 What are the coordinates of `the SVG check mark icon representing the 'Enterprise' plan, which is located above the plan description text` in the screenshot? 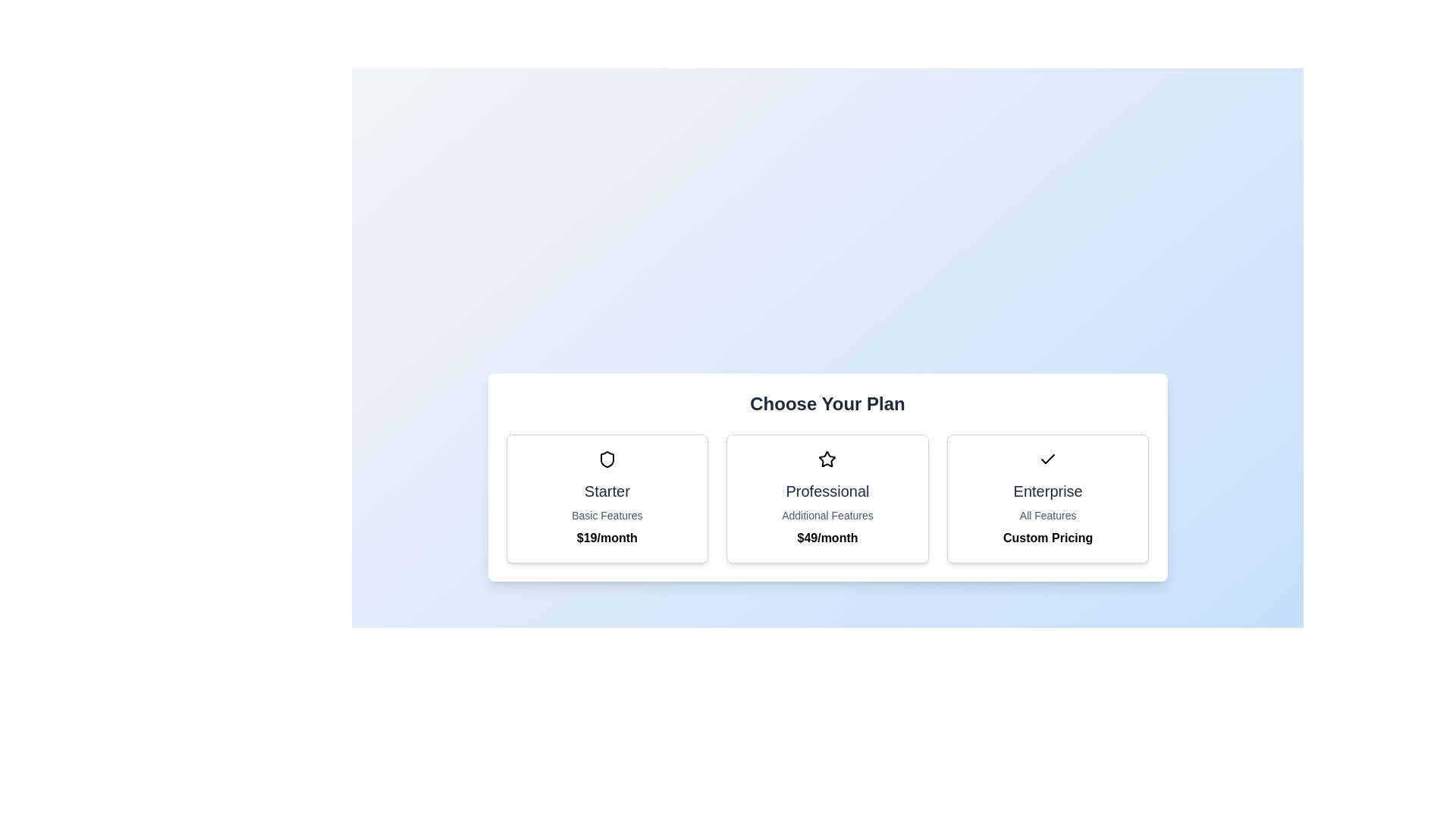 It's located at (1047, 458).